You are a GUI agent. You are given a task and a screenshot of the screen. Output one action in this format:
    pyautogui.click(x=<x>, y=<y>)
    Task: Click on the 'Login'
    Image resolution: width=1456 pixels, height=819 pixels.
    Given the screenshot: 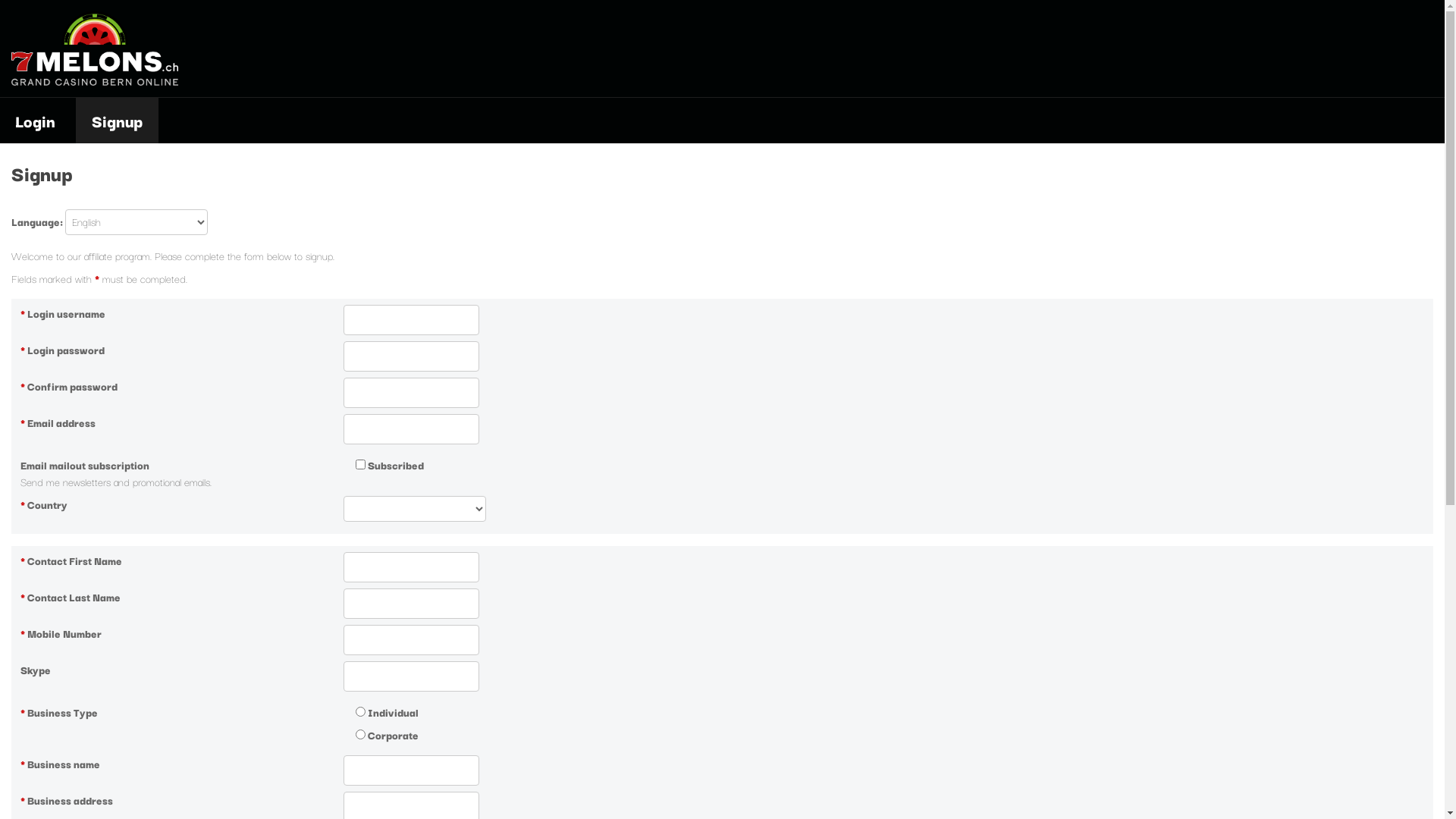 What is the action you would take?
    pyautogui.click(x=37, y=119)
    